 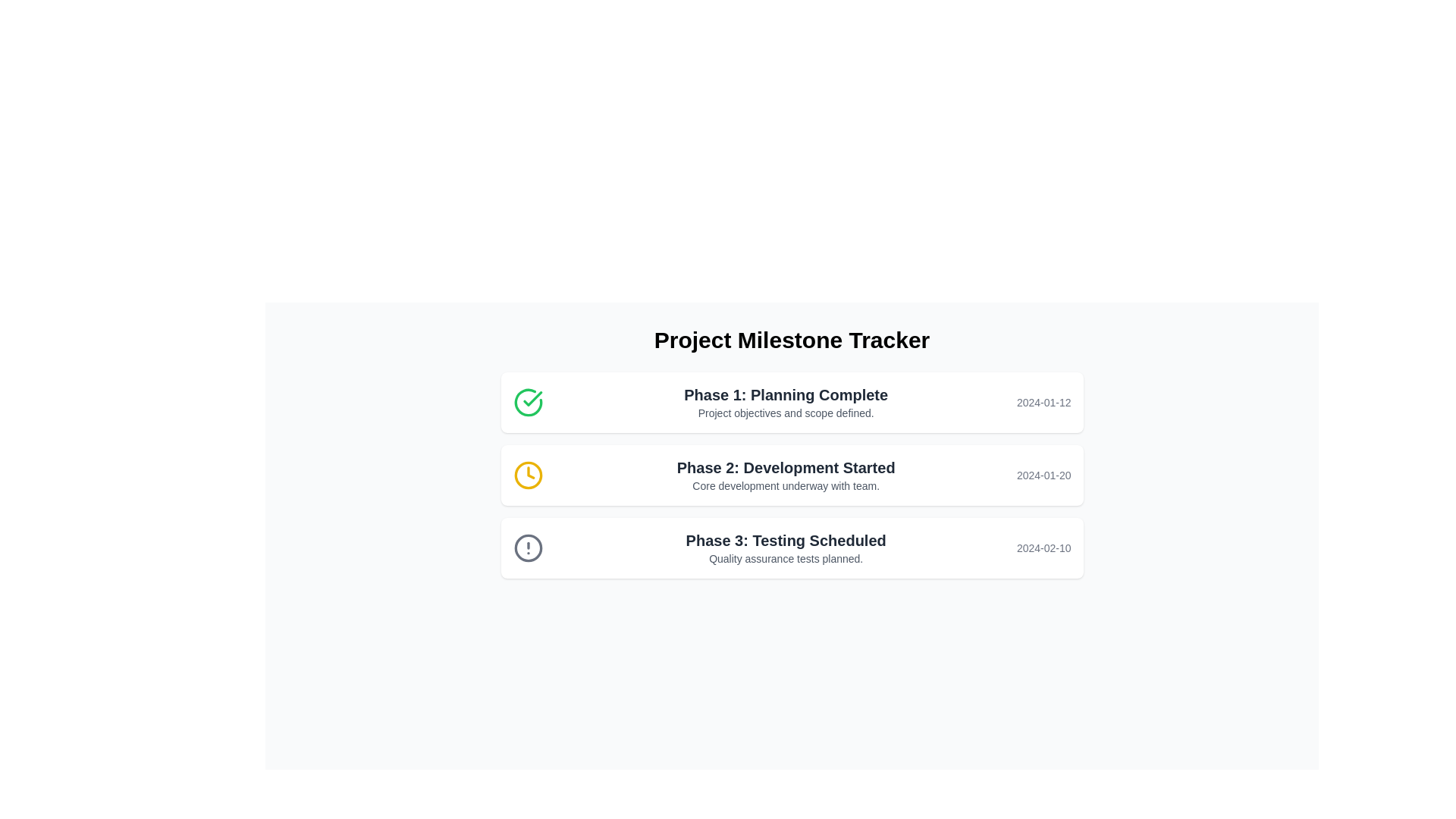 What do you see at coordinates (786, 548) in the screenshot?
I see `the informational display indicating the scheduling of quality assurance tests for Phase 3 in the project timeline, located in the third card under the 'Project Milestone Tracker' heading` at bounding box center [786, 548].